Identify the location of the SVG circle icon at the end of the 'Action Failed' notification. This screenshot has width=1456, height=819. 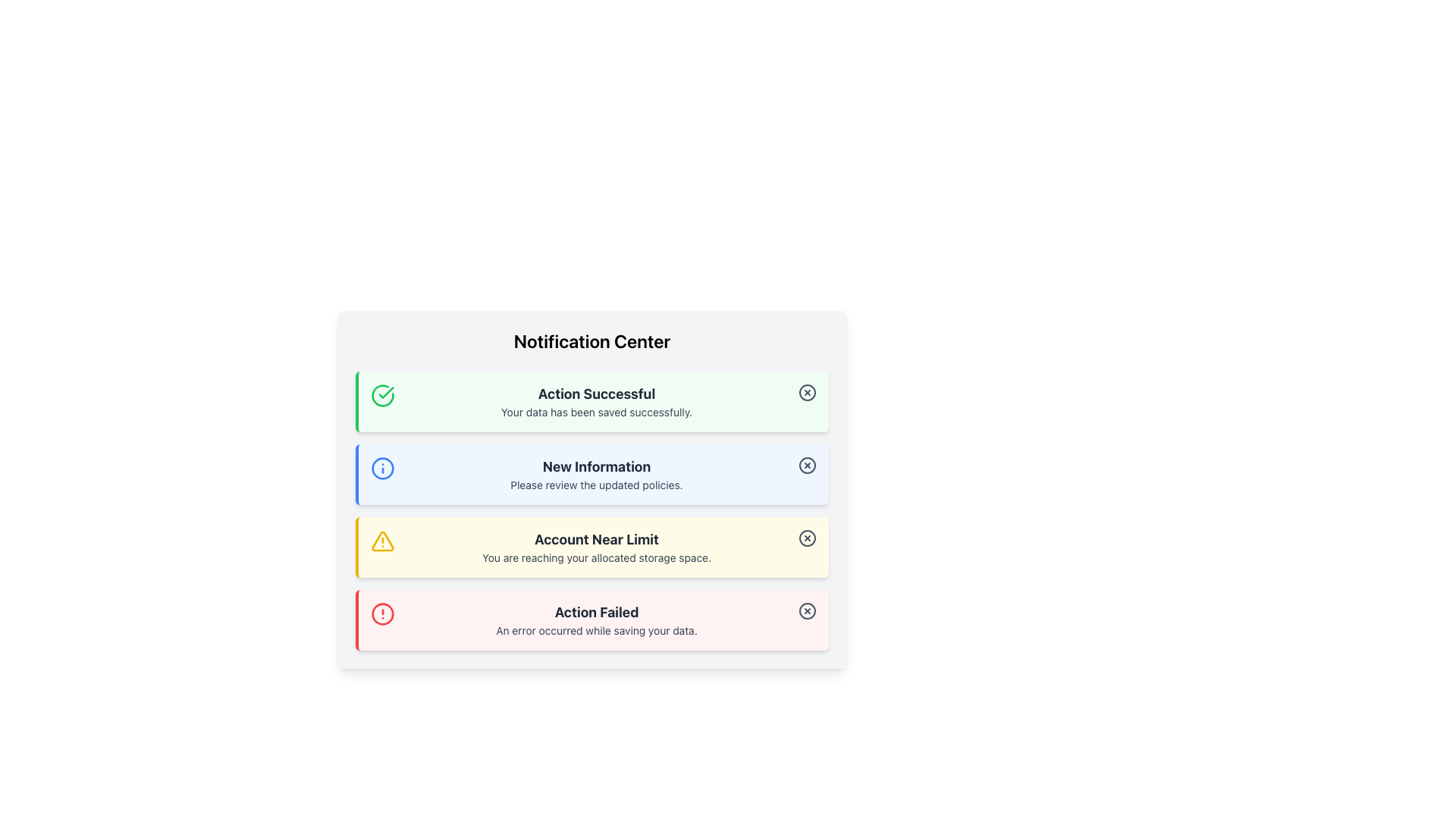
(807, 610).